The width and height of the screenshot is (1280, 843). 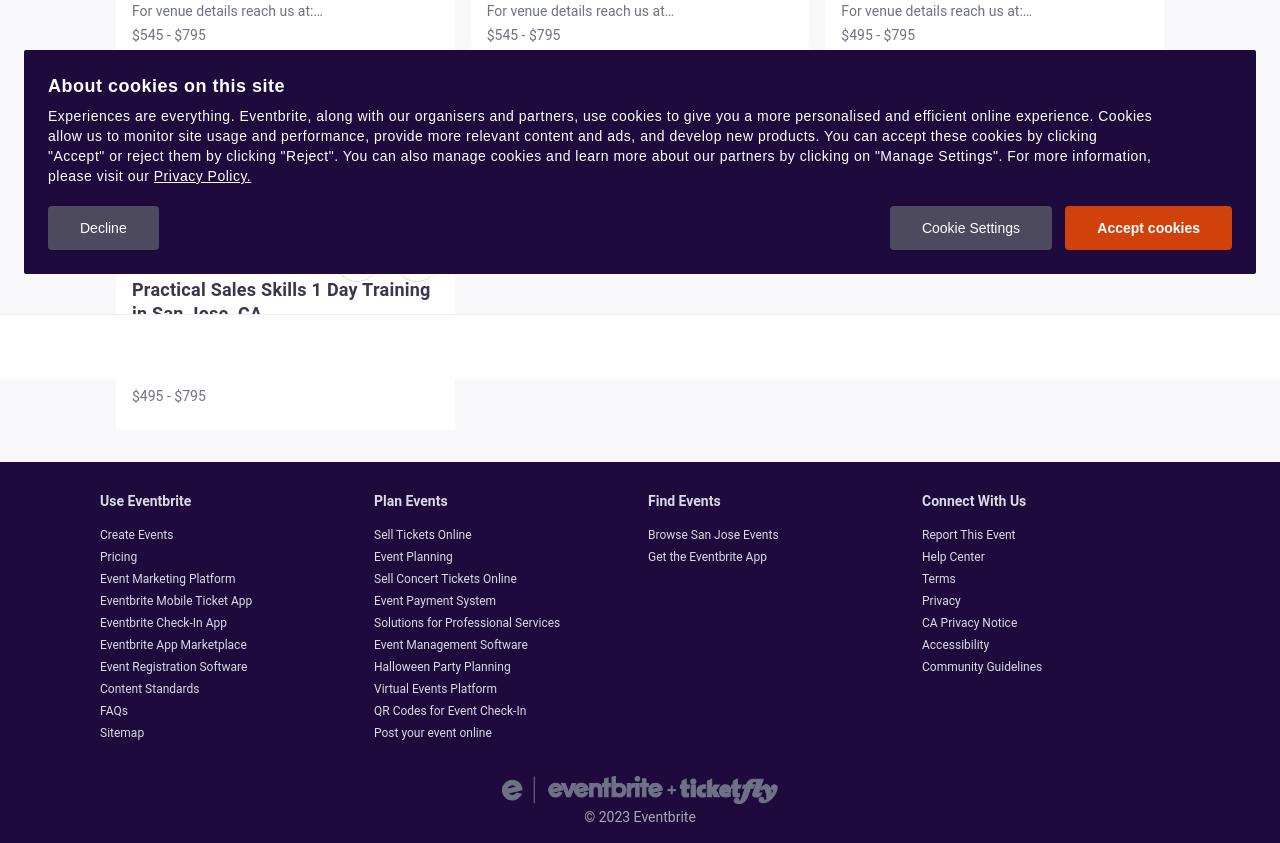 I want to click on 'Pricing', so click(x=117, y=556).